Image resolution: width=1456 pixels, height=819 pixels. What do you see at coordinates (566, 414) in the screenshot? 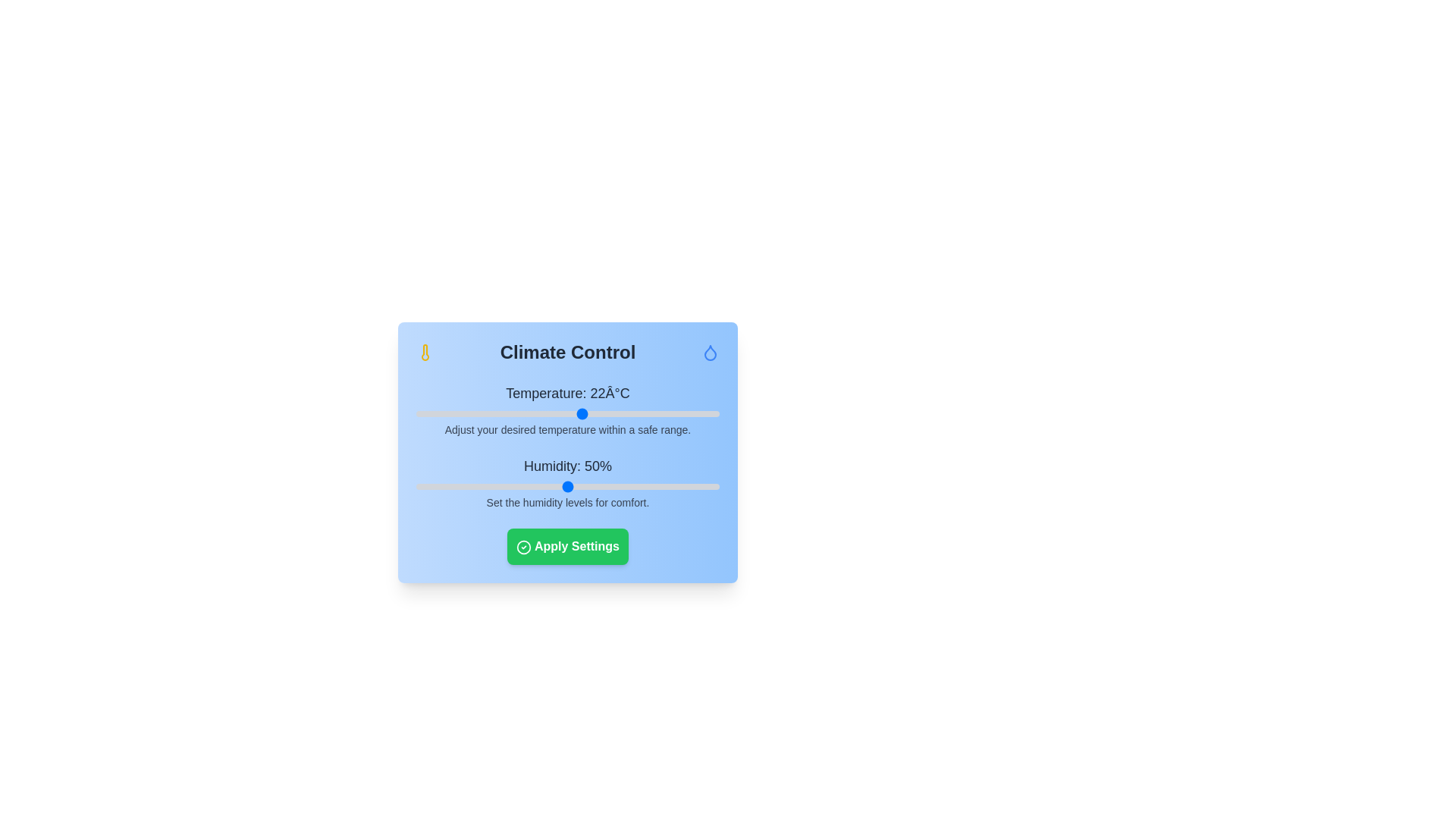
I see `the blue knob of the horizontal range slider located beneath 'Temperature: 22°C' and above 'Adjust your desired temperature within a safe range.'` at bounding box center [566, 414].